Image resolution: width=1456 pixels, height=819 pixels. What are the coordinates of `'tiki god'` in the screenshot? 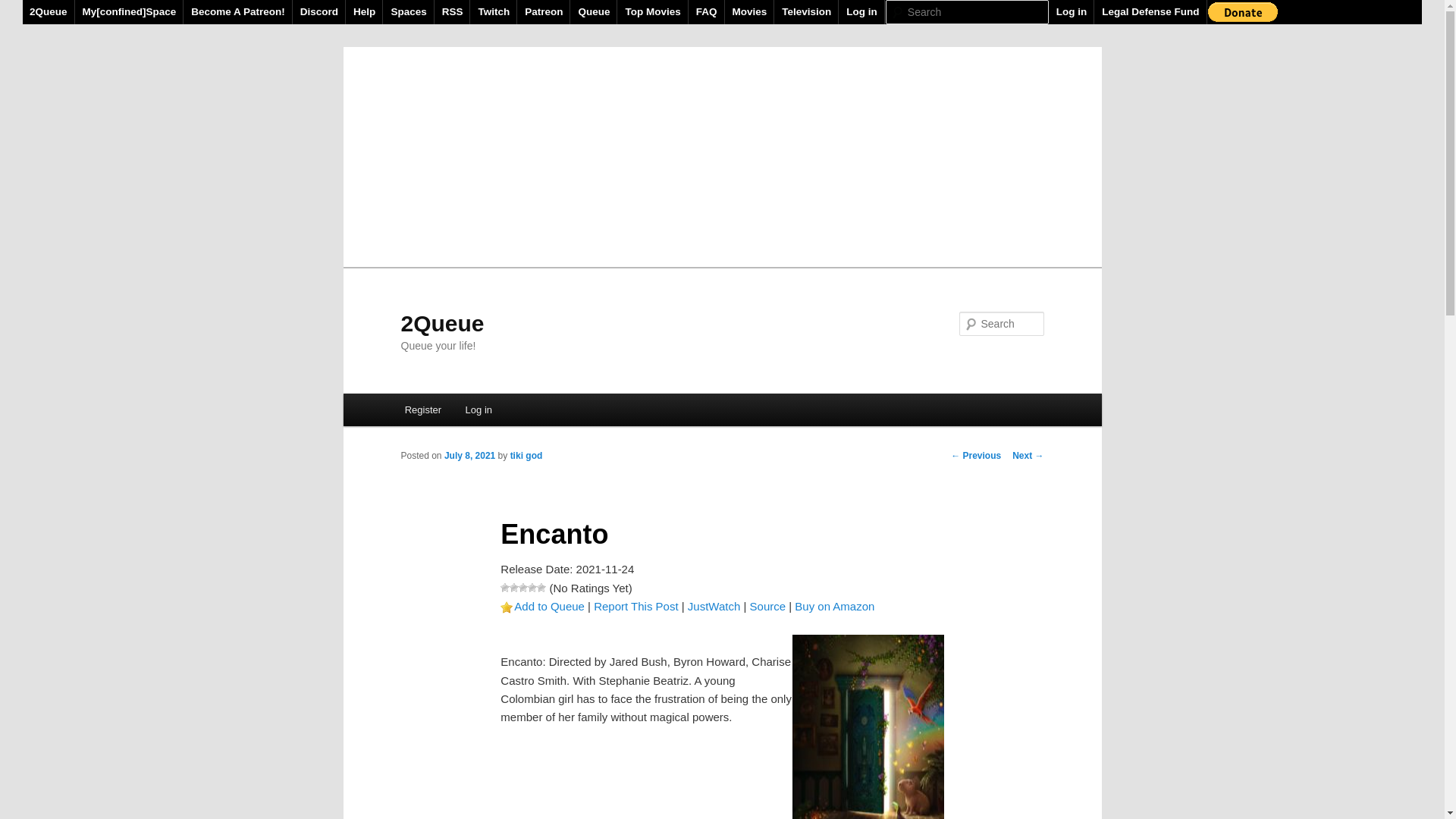 It's located at (526, 455).